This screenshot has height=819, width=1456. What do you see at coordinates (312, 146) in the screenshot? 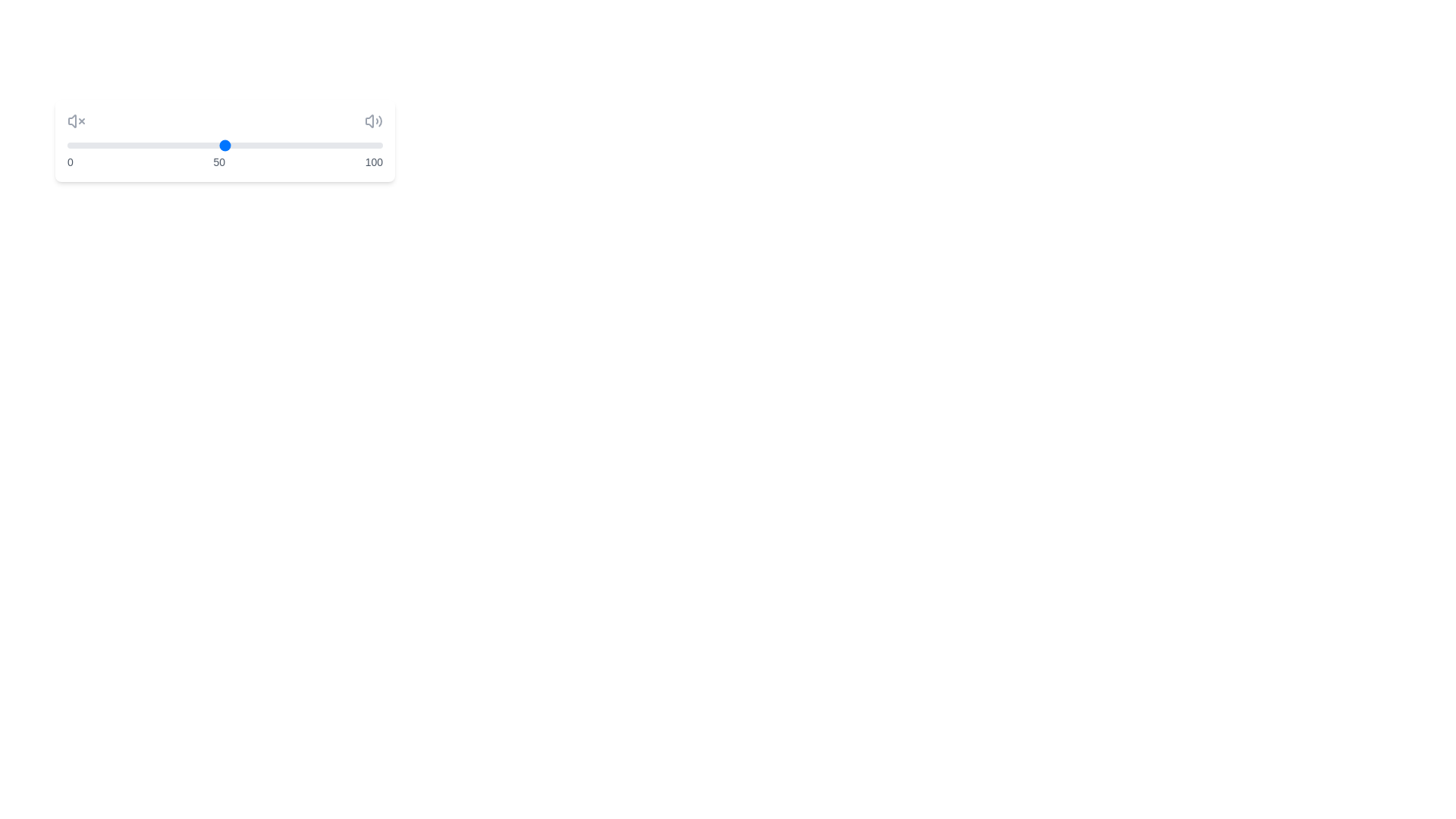
I see `the slider to set the volume to 78%` at bounding box center [312, 146].